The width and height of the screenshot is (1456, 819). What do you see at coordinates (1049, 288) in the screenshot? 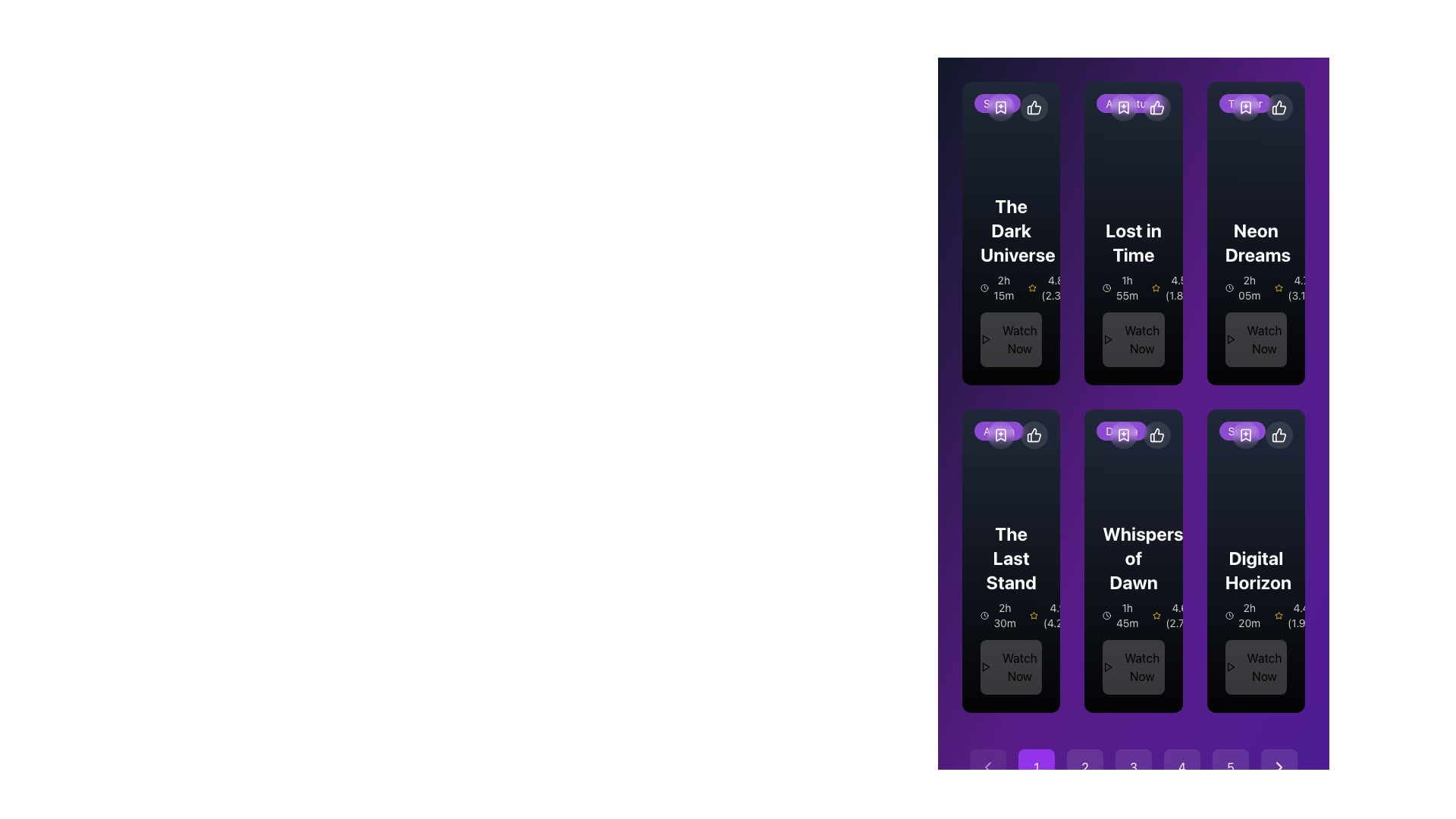
I see `the Text and Icon composite displaying the rating of a movie or item, located to the right of the '2h 15m' text and clock icon` at bounding box center [1049, 288].